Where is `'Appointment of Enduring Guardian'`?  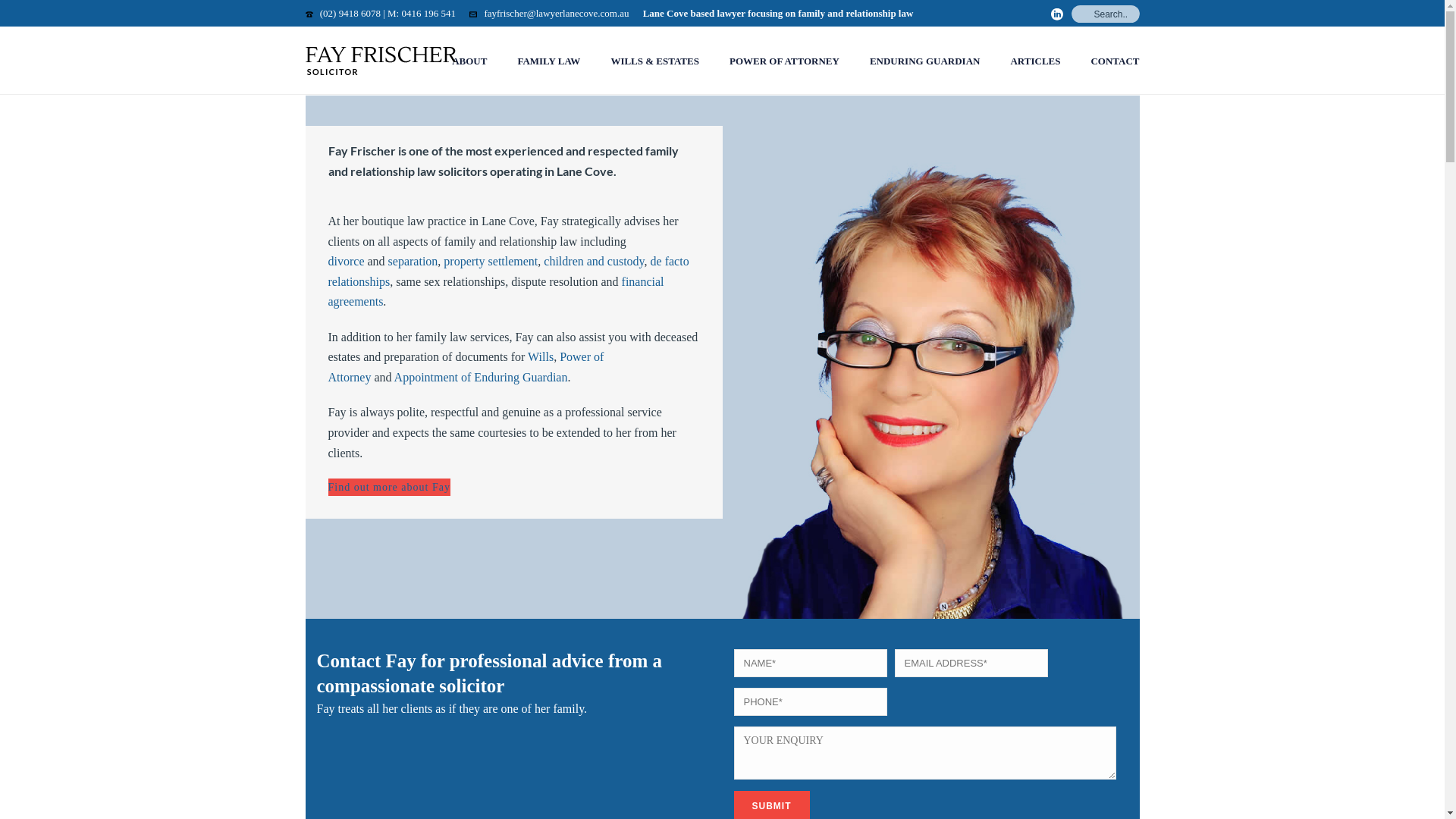 'Appointment of Enduring Guardian' is located at coordinates (480, 376).